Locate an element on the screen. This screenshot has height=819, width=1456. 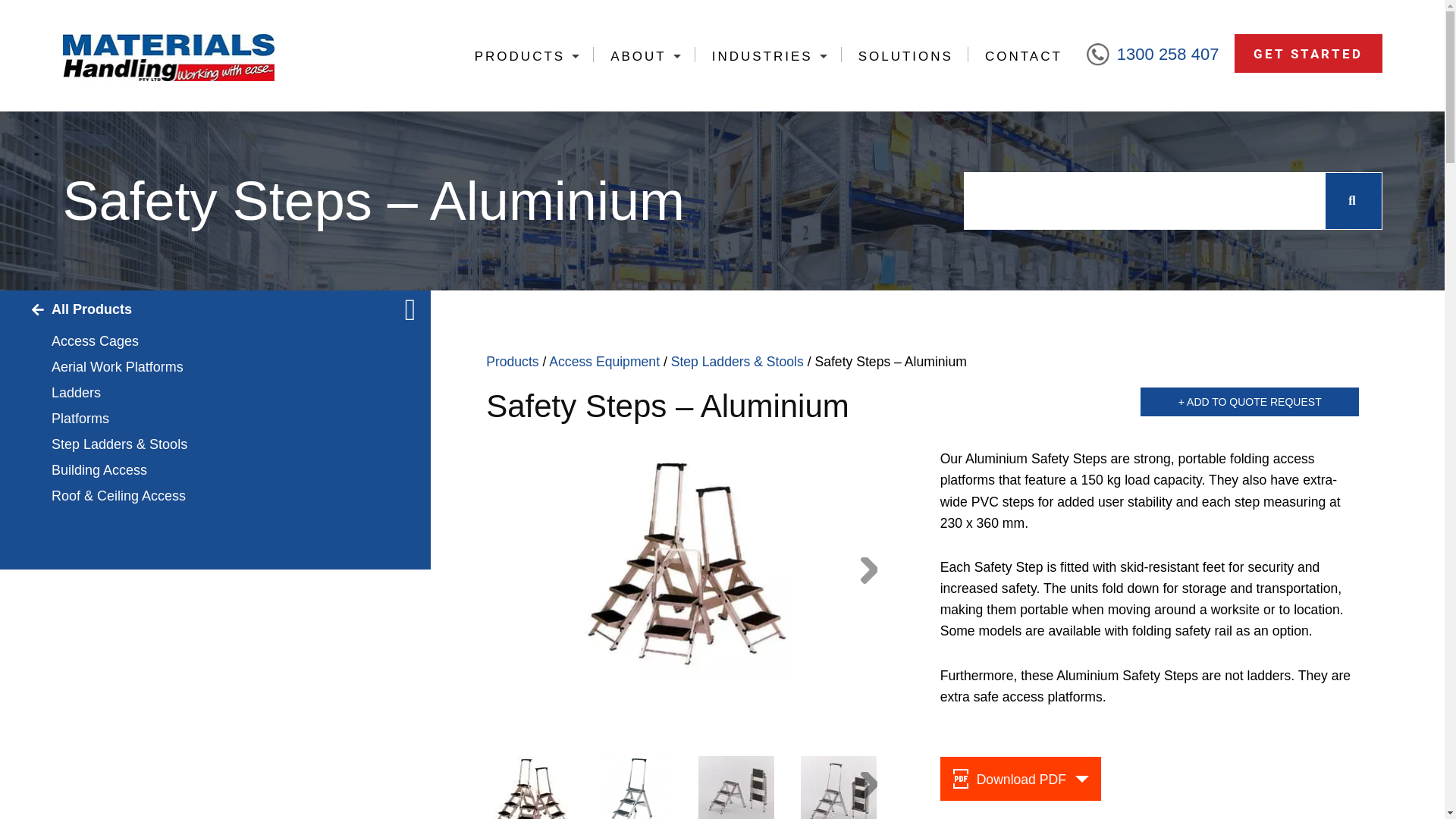
'CONTACT' is located at coordinates (1022, 55).